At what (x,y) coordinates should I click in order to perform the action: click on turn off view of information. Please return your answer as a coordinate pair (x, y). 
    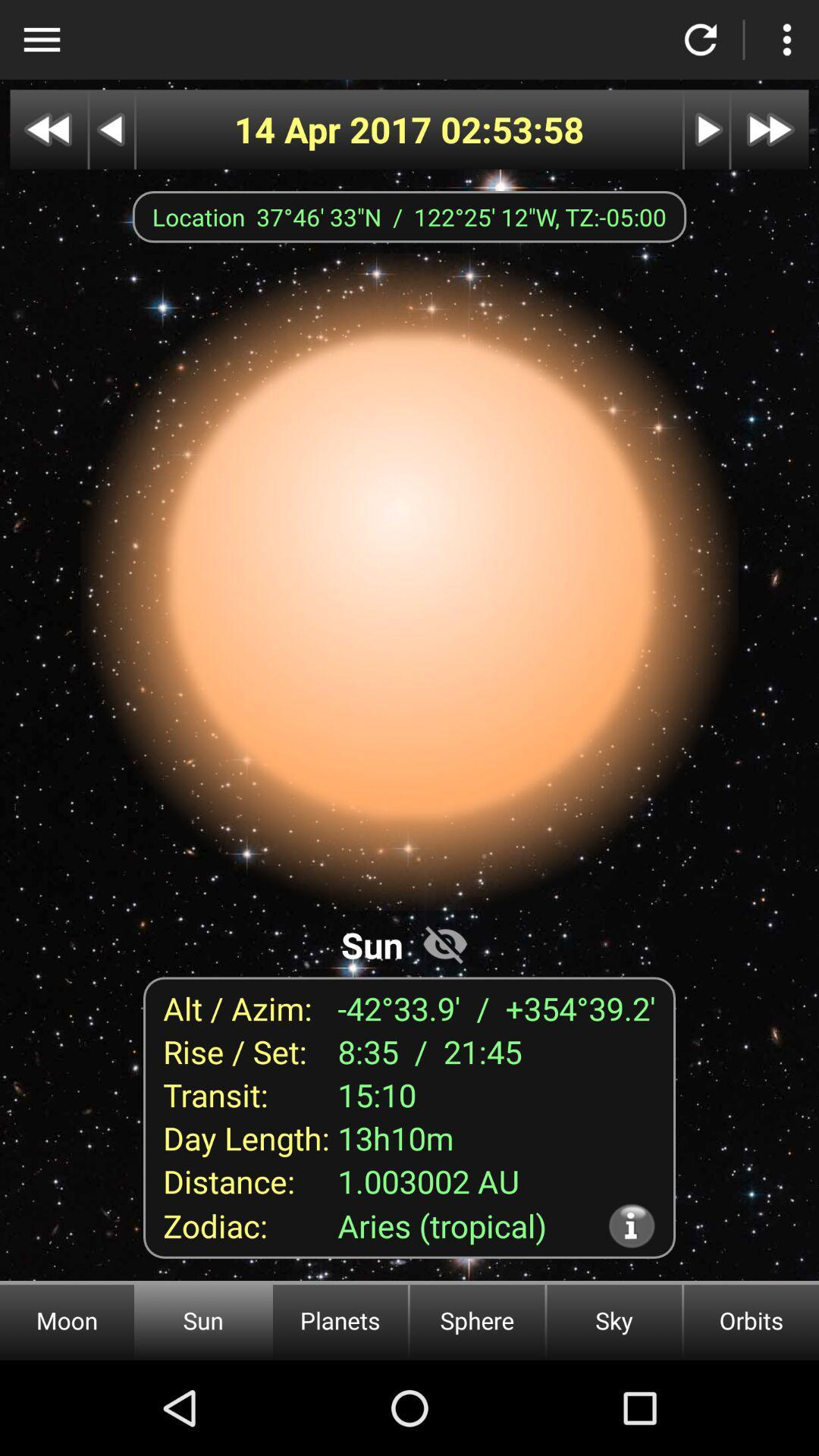
    Looking at the image, I should click on (444, 943).